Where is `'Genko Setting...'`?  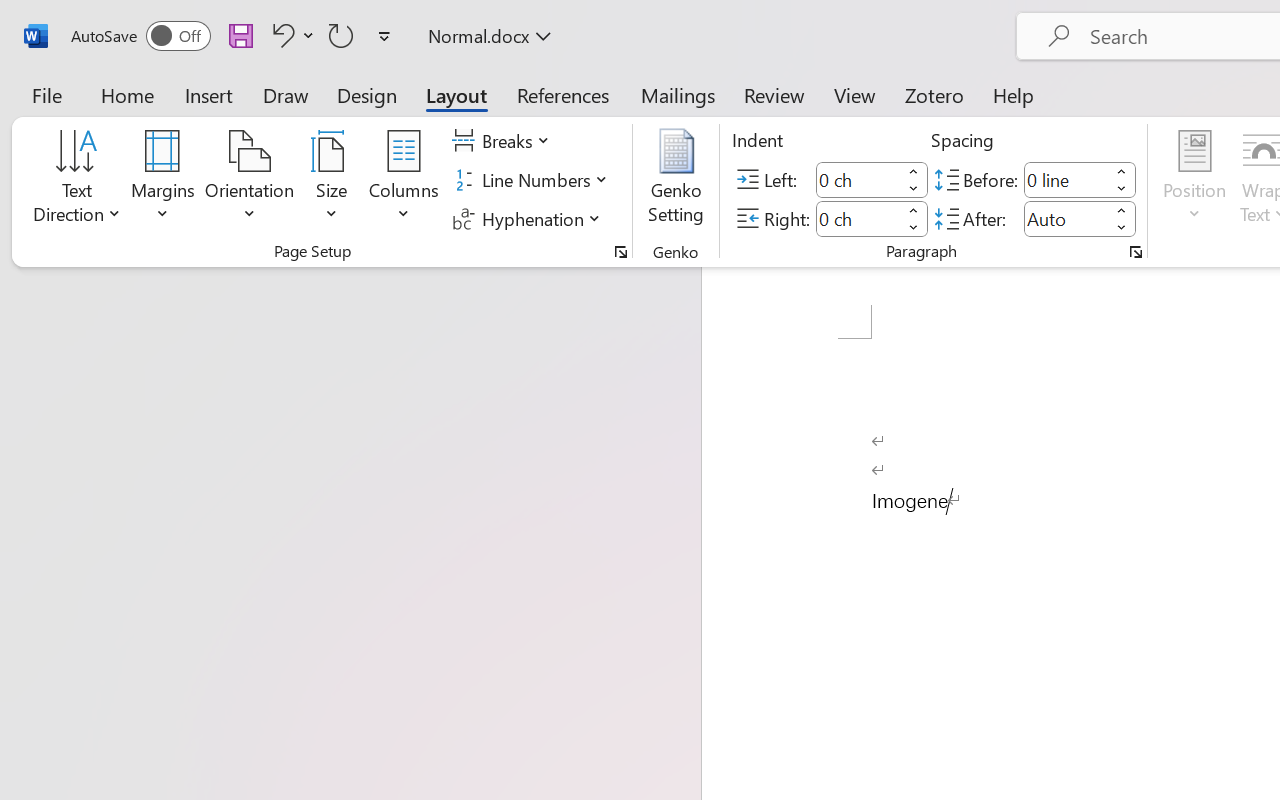
'Genko Setting...' is located at coordinates (676, 179).